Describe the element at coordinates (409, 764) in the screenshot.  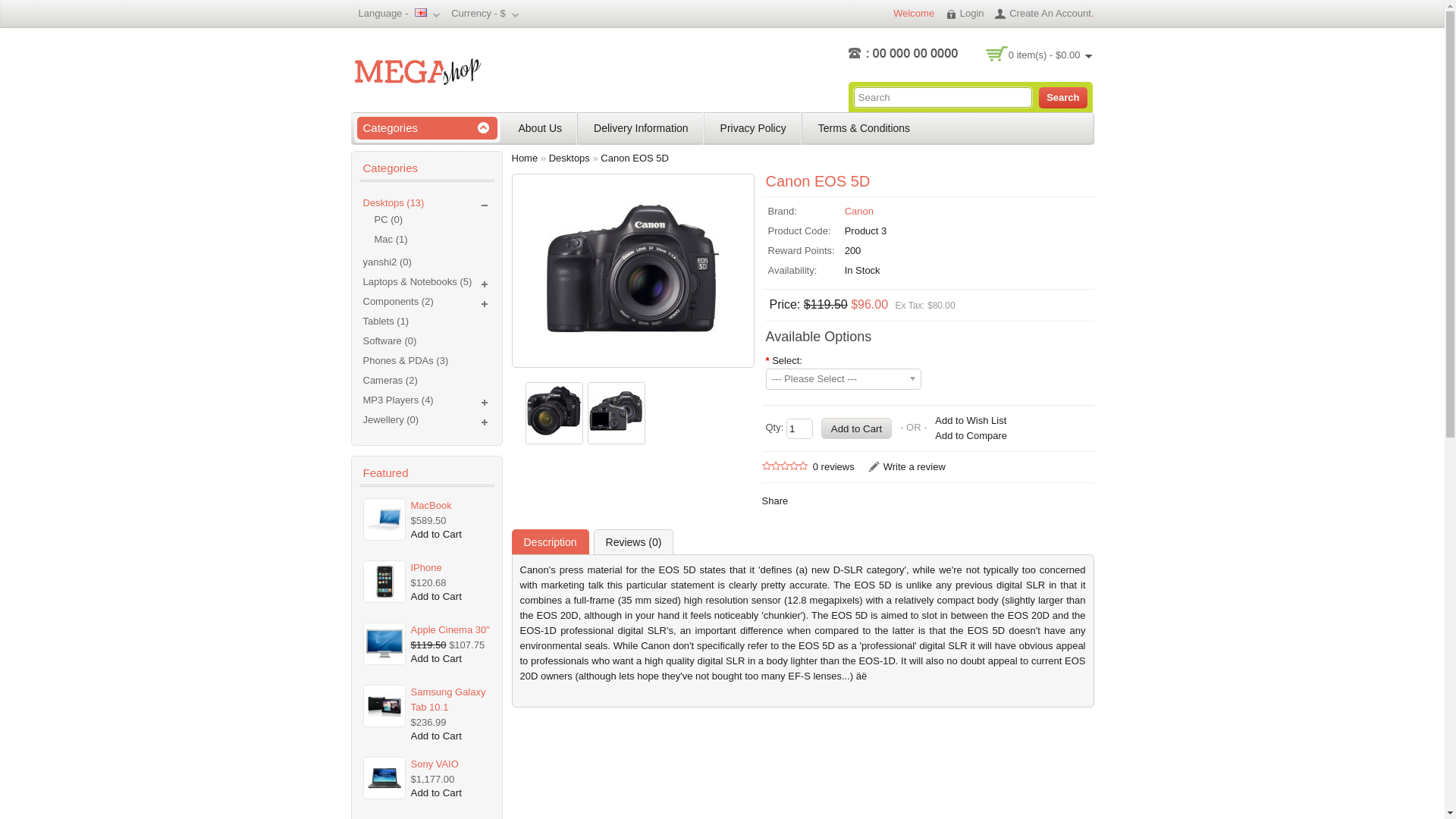
I see `'Sony VAIO'` at that location.